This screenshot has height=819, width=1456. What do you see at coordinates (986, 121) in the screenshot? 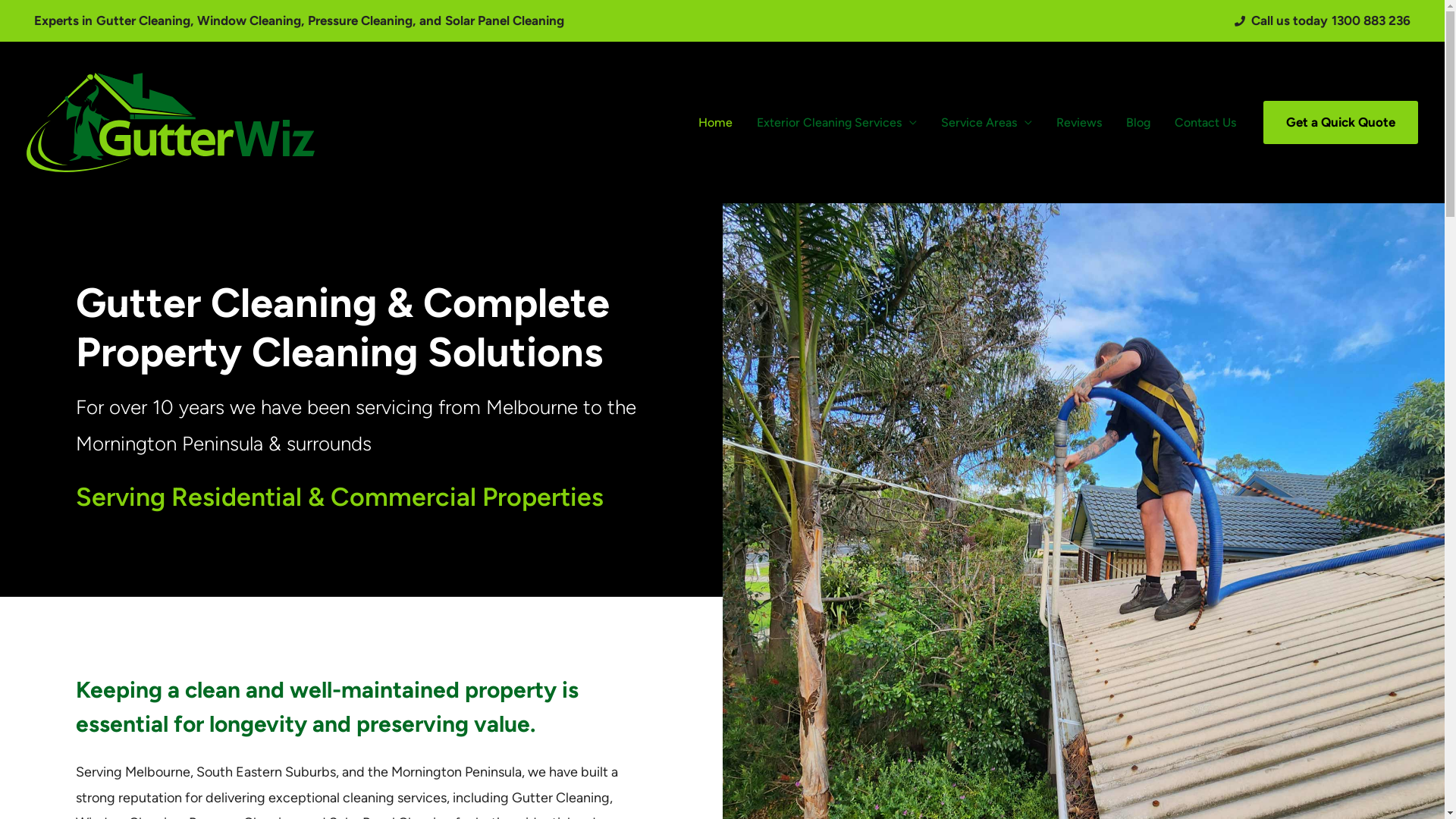
I see `'Service Areas'` at bounding box center [986, 121].